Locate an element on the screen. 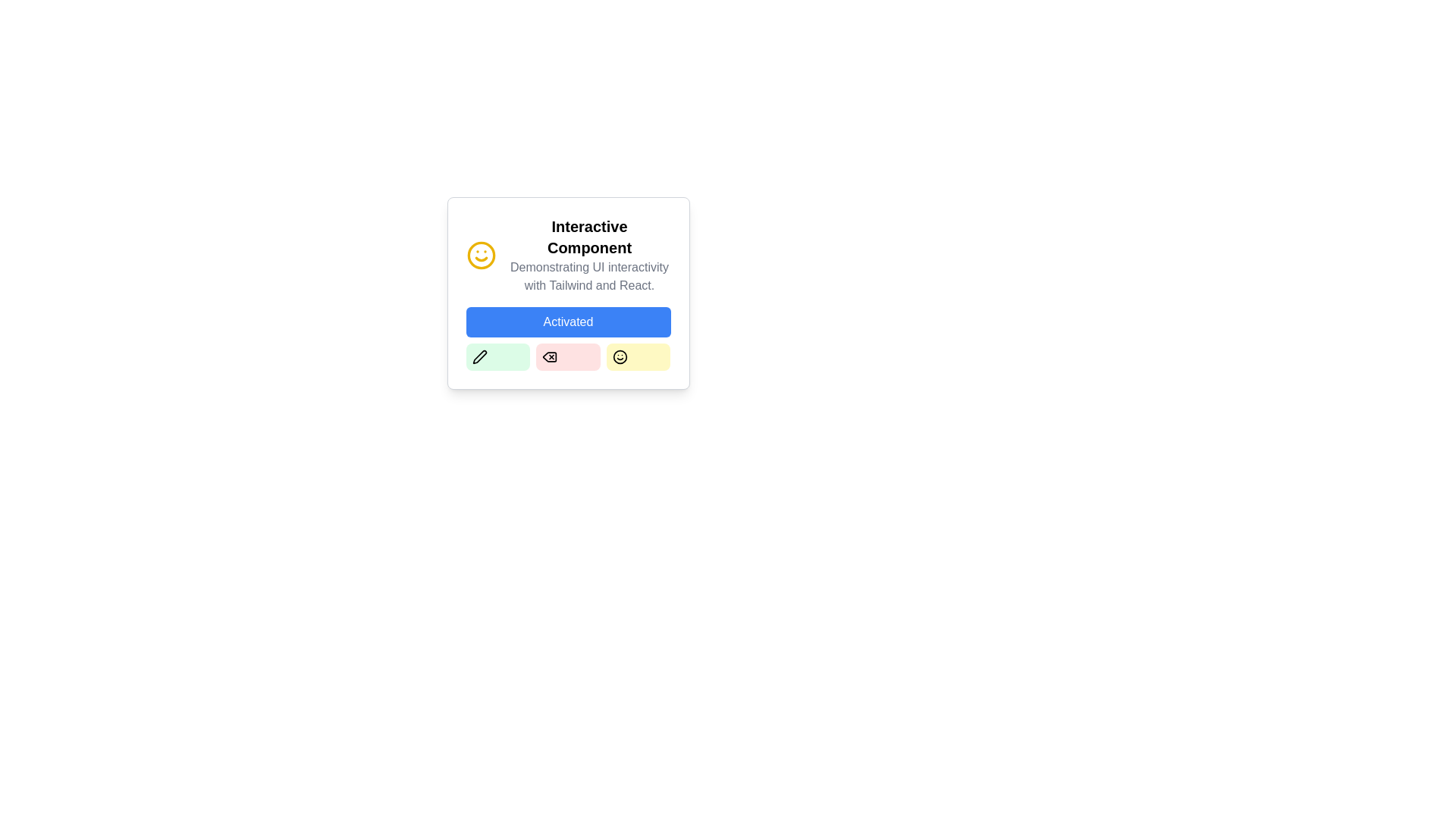  the edit icon located within the green button on the leftmost side of the row of buttons below the blue 'Activated' button is located at coordinates (479, 356).